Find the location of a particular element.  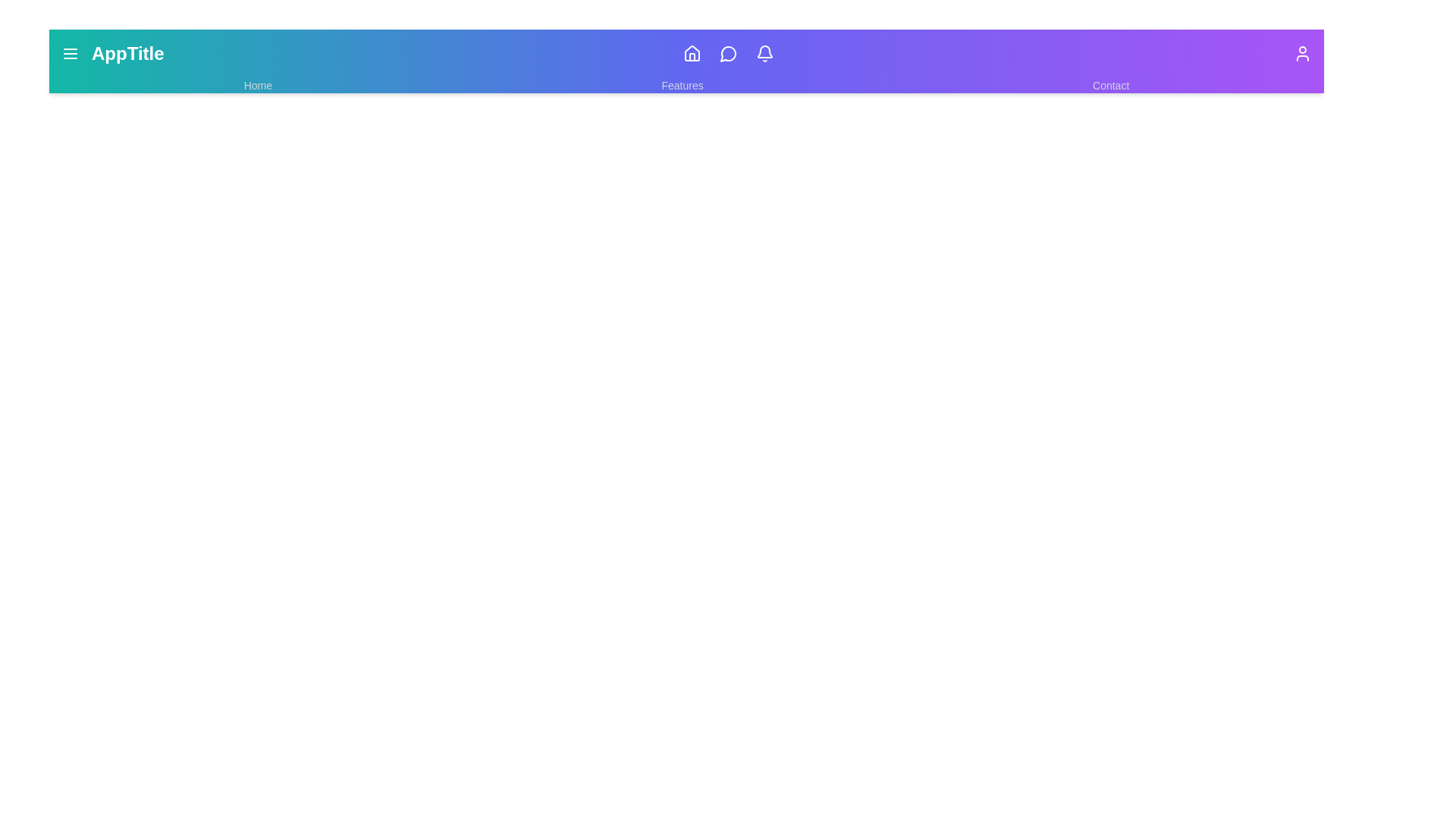

the menu icon to open the navigation menu is located at coordinates (69, 52).